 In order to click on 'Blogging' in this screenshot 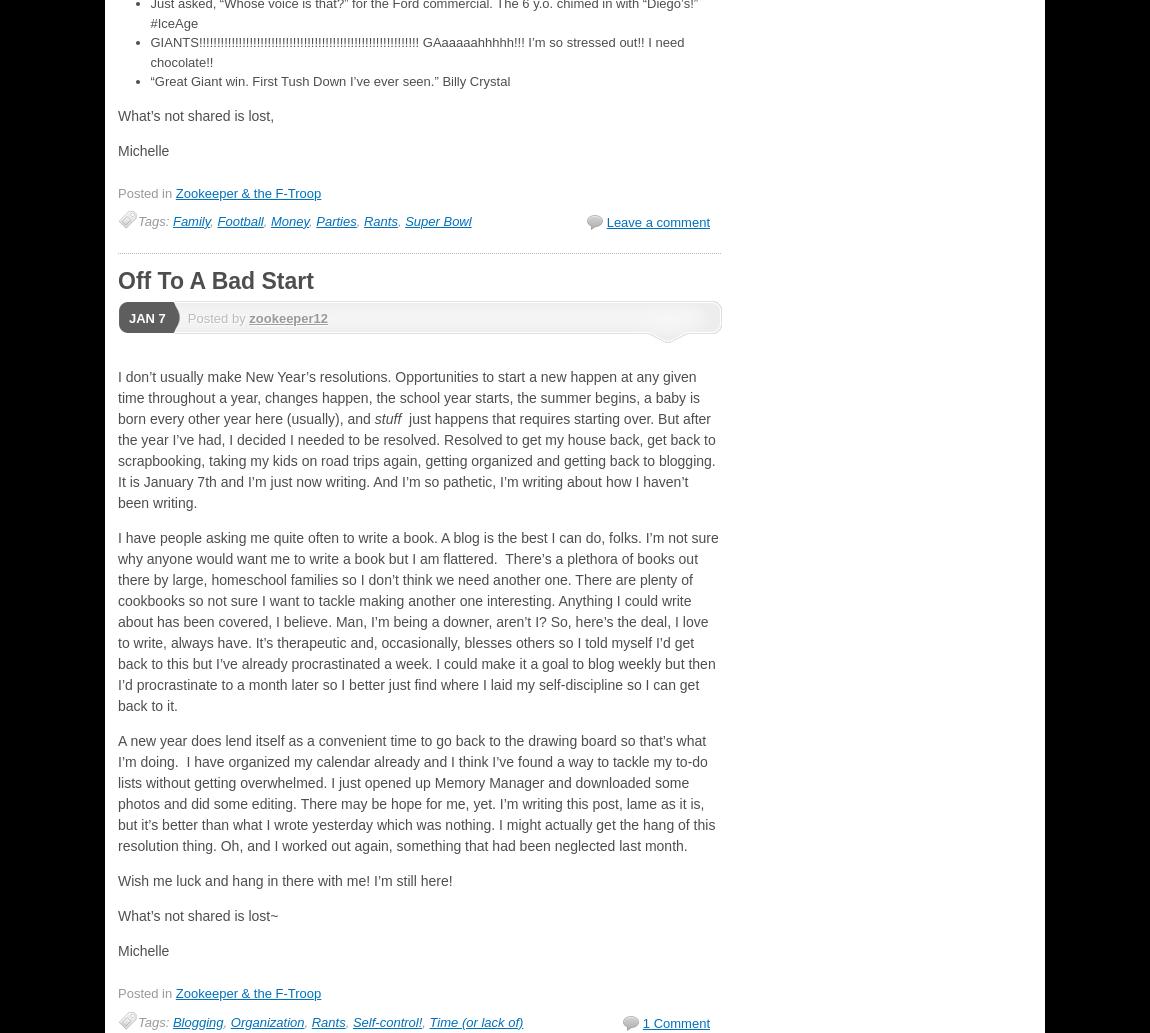, I will do `click(196, 1020)`.